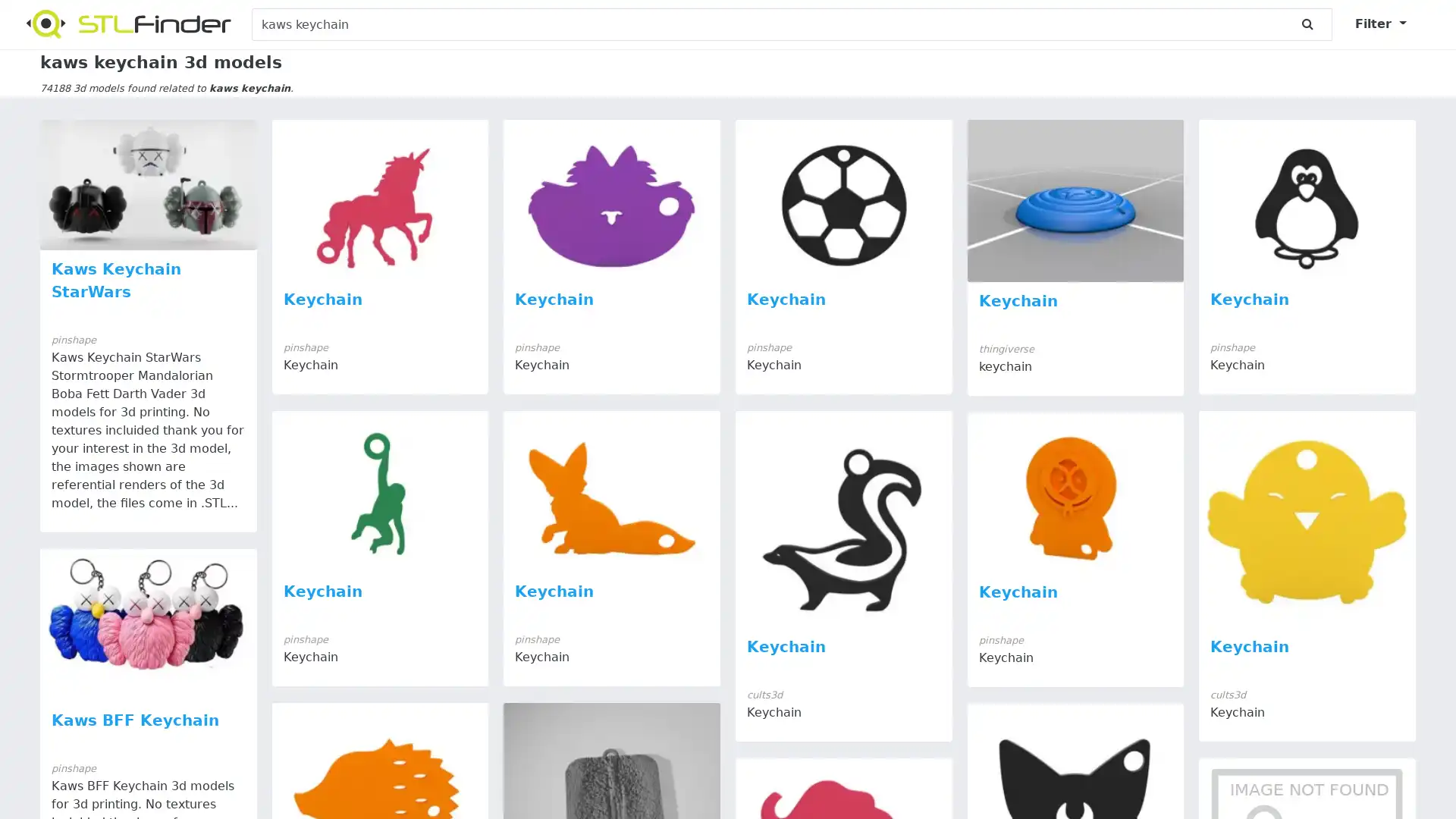 The width and height of the screenshot is (1456, 819). Describe the element at coordinates (1380, 23) in the screenshot. I see `Filter` at that location.